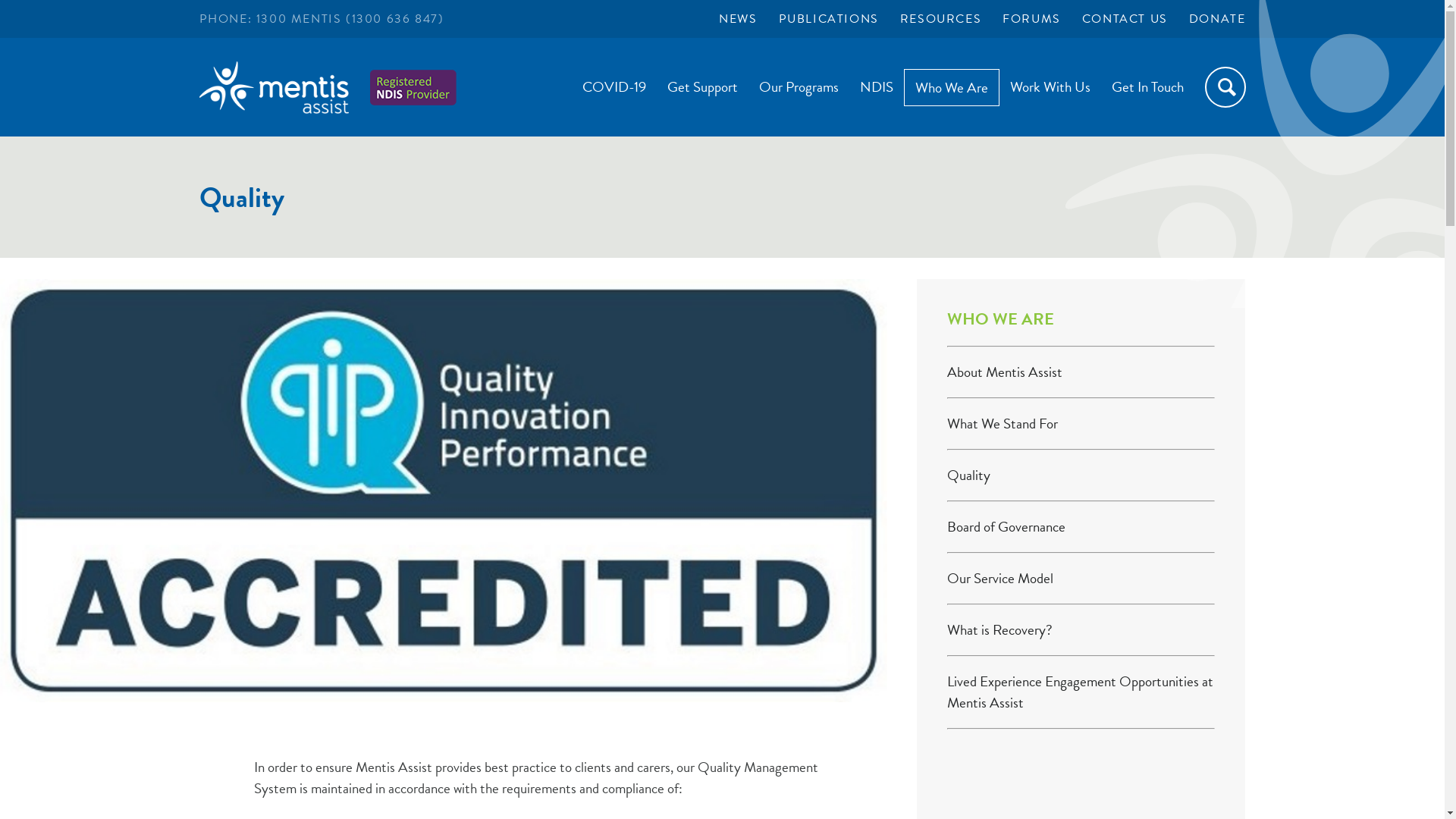 Image resolution: width=1456 pixels, height=819 pixels. Describe the element at coordinates (1002, 423) in the screenshot. I see `'What We Stand For'` at that location.